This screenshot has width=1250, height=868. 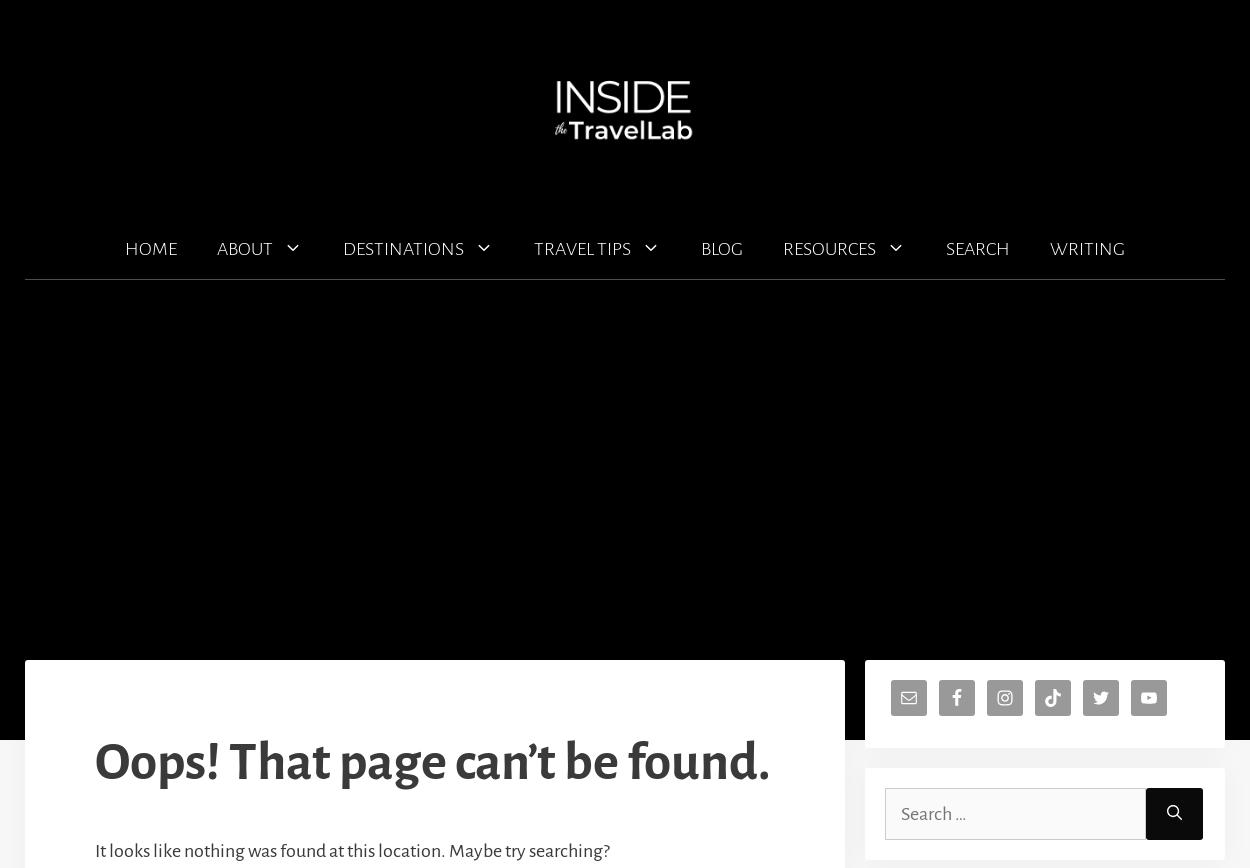 What do you see at coordinates (94, 762) in the screenshot?
I see `'Oops! That page can’t be found.'` at bounding box center [94, 762].